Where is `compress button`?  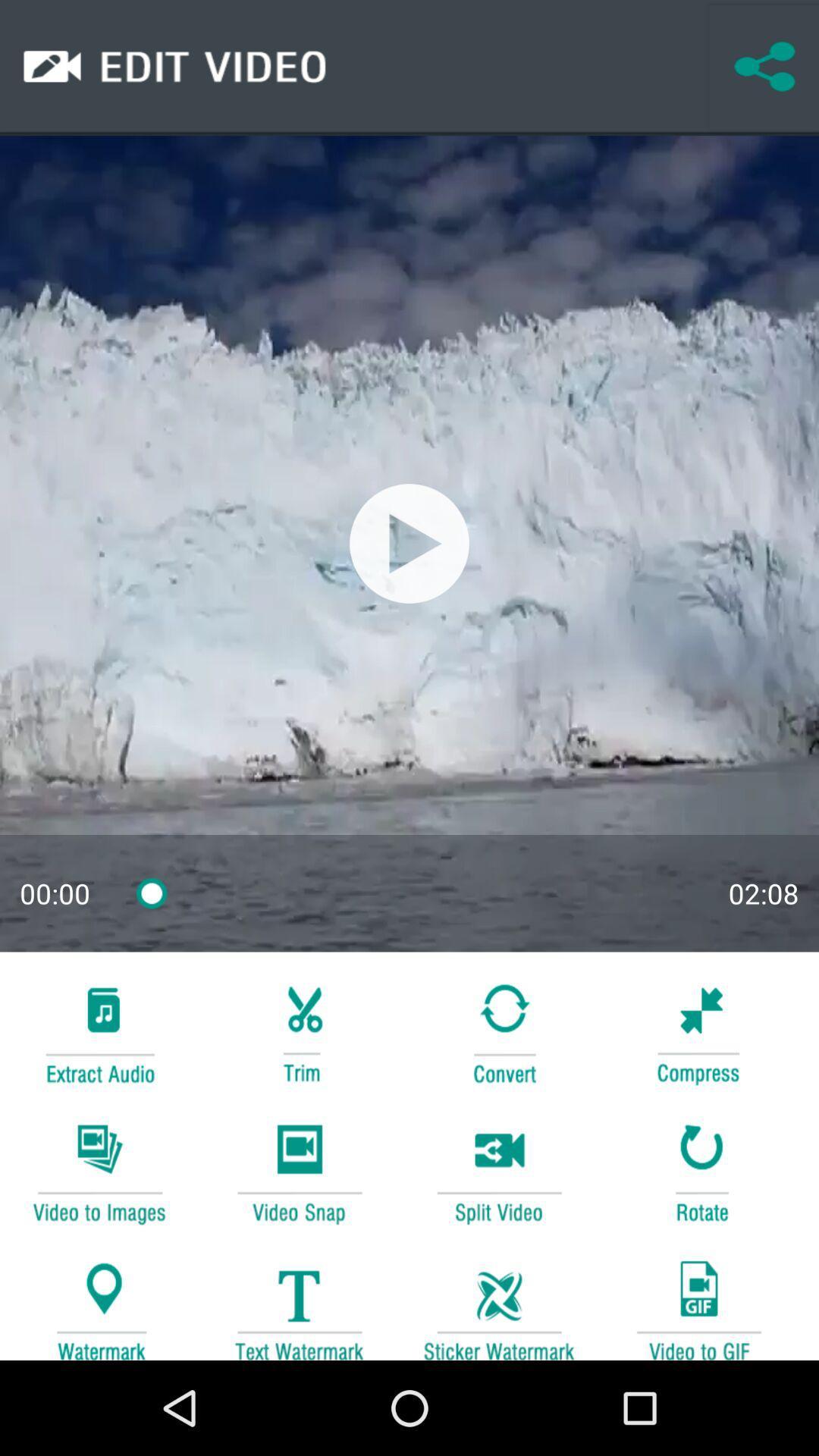
compress button is located at coordinates (698, 1031).